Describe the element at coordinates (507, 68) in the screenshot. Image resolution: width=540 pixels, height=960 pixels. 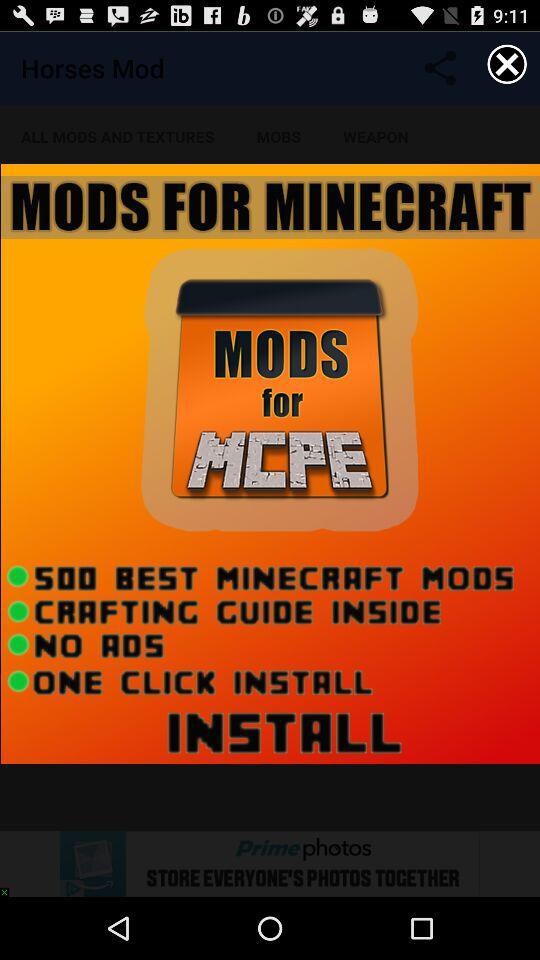
I see `the close icon` at that location.